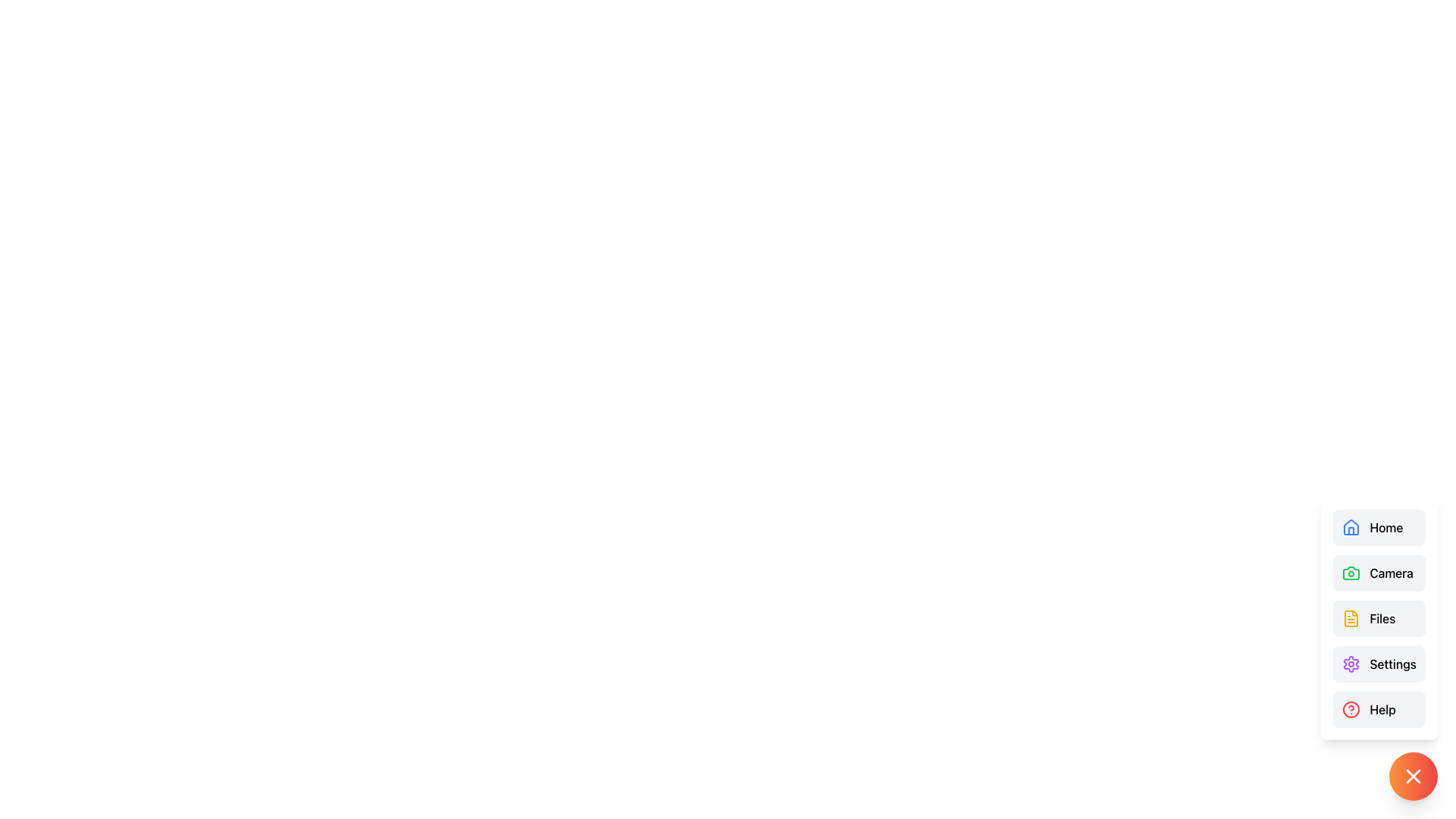  What do you see at coordinates (1351, 573) in the screenshot?
I see `the green camera icon in the sidebar menu located in the second row, directly to the left of the text 'Camera'` at bounding box center [1351, 573].